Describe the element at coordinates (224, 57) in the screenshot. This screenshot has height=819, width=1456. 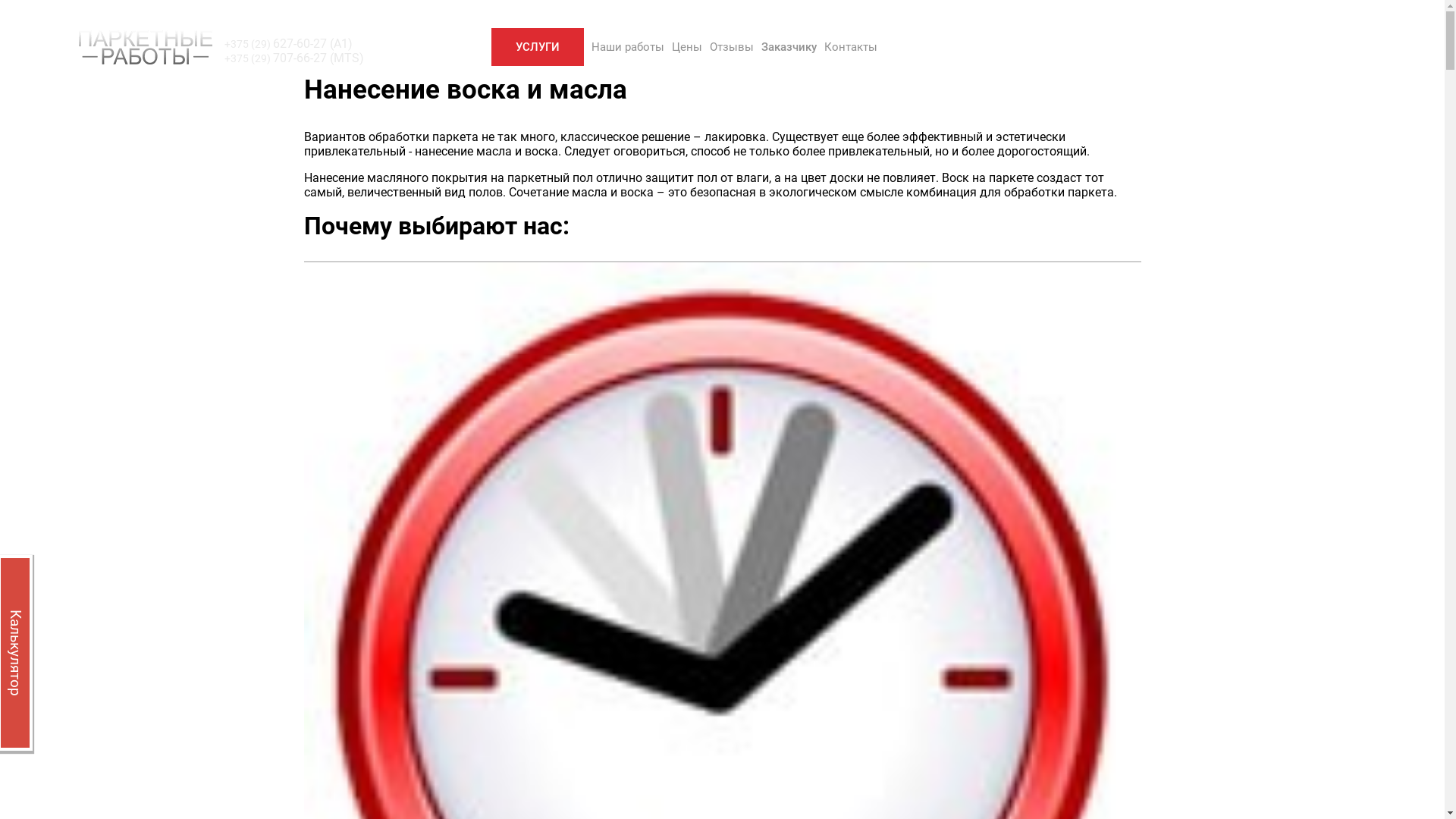
I see `'+375 (29) 707-66-27 (MTS)'` at that location.